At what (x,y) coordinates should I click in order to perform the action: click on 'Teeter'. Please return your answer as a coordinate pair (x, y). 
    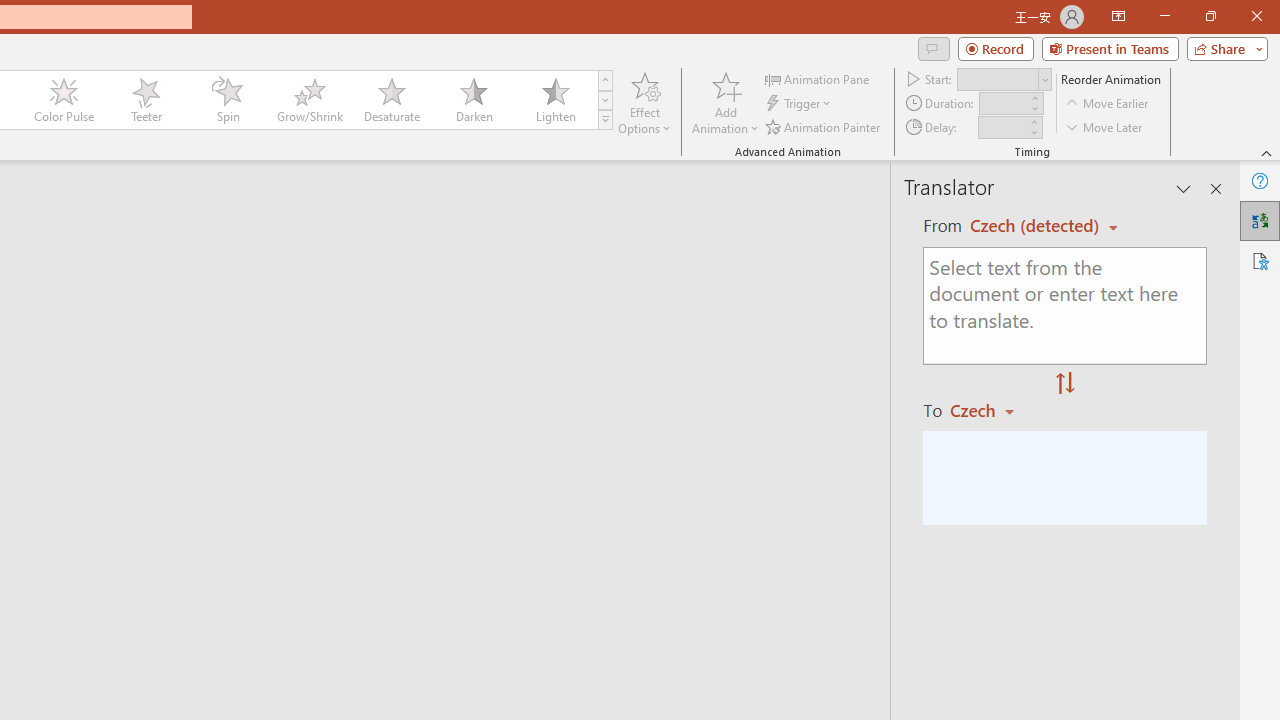
    Looking at the image, I should click on (144, 100).